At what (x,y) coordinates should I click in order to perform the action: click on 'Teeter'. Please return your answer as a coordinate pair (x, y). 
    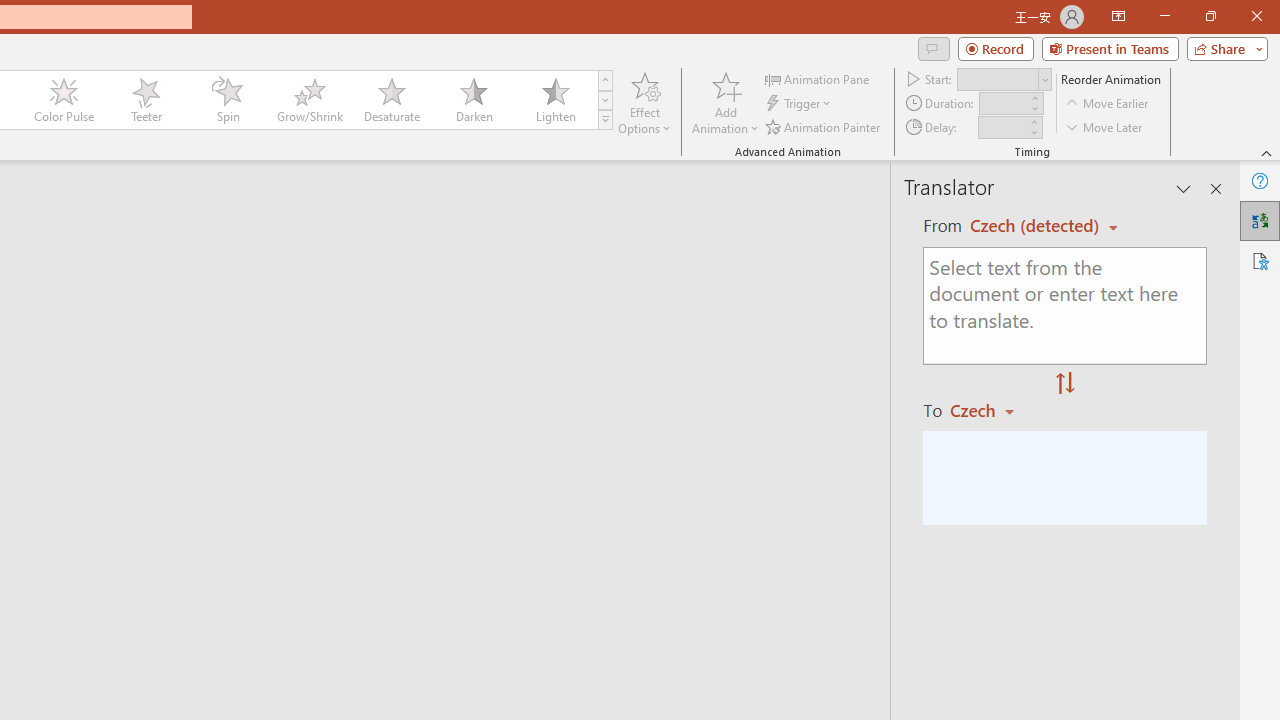
    Looking at the image, I should click on (144, 100).